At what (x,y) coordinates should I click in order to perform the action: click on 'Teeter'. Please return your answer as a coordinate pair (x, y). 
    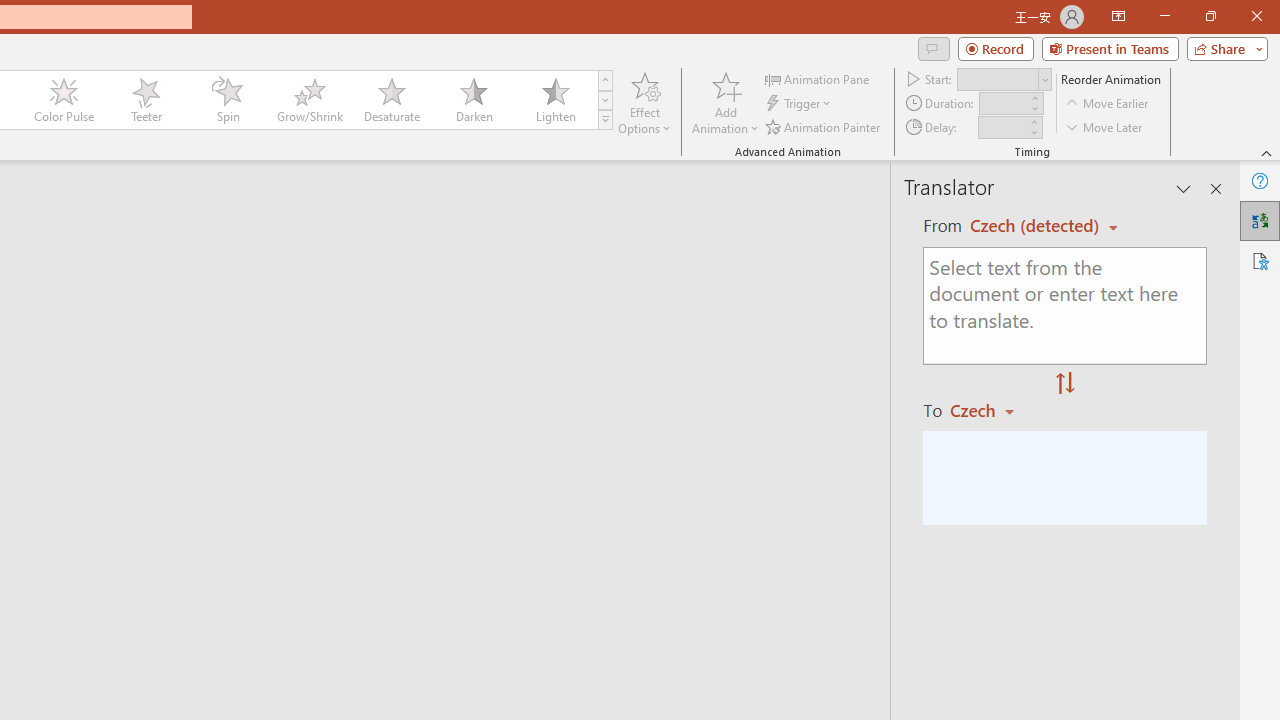
    Looking at the image, I should click on (144, 100).